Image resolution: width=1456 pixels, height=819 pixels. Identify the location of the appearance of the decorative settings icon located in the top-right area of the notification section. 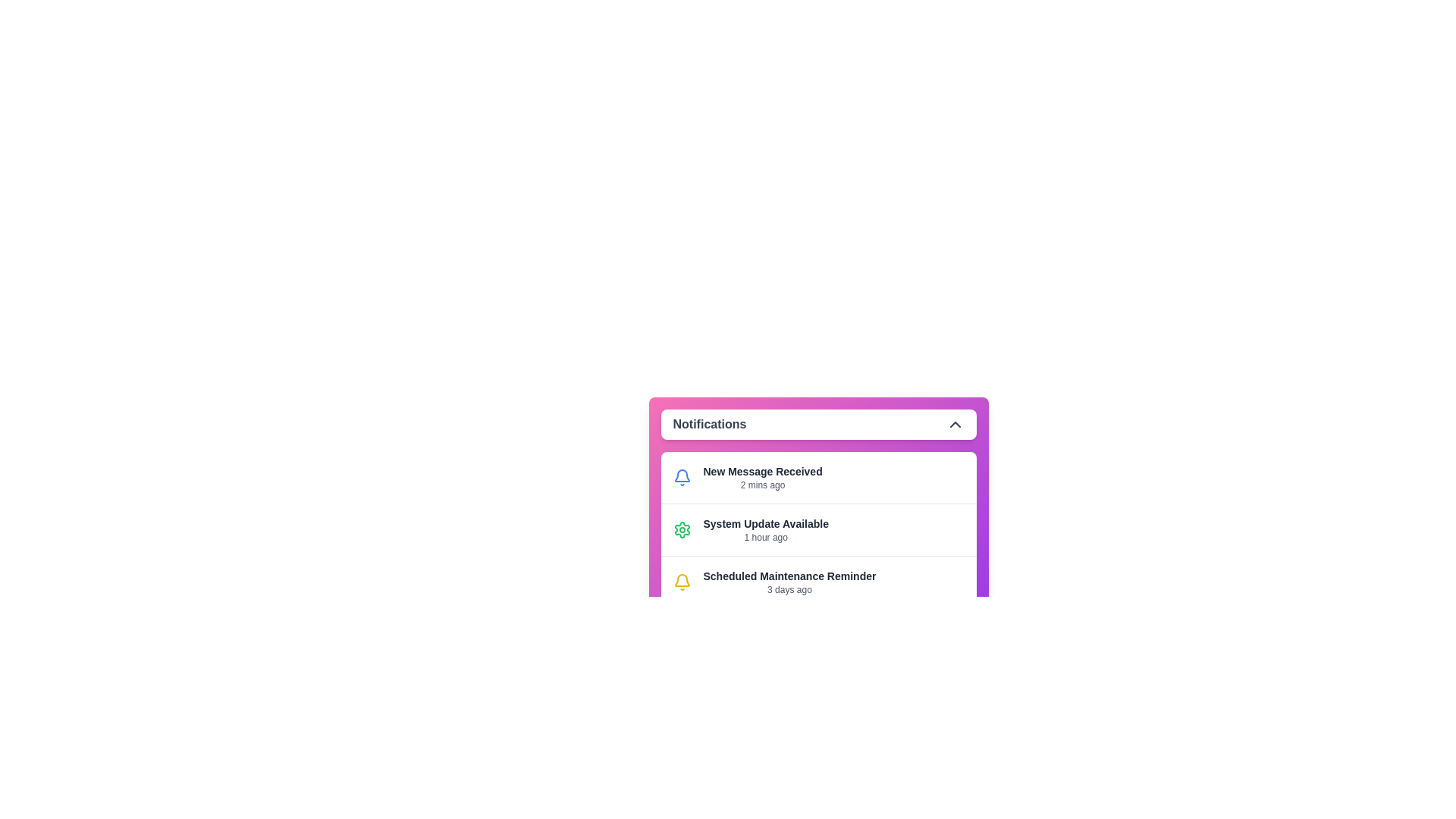
(681, 529).